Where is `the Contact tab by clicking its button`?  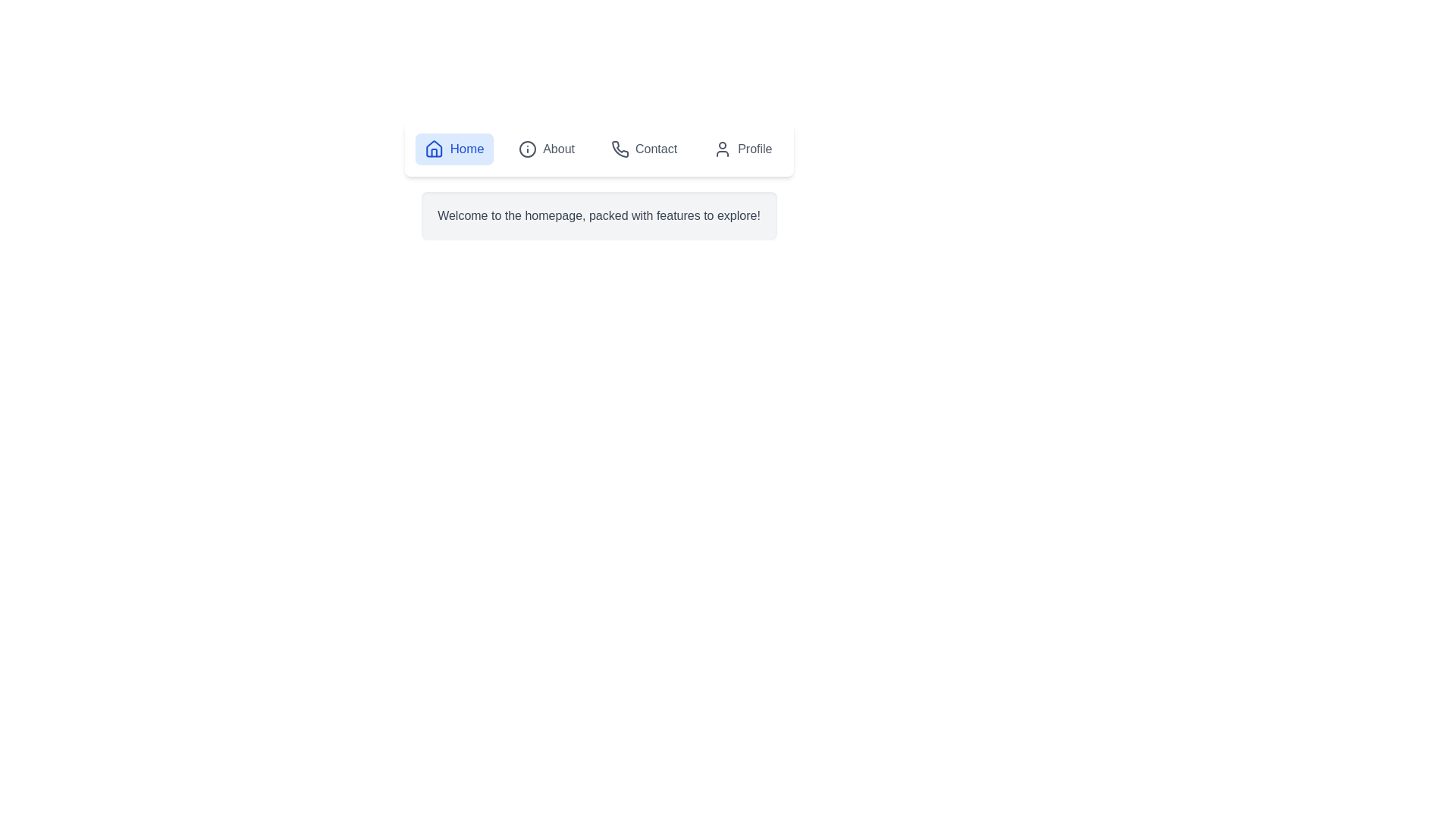 the Contact tab by clicking its button is located at coordinates (644, 149).